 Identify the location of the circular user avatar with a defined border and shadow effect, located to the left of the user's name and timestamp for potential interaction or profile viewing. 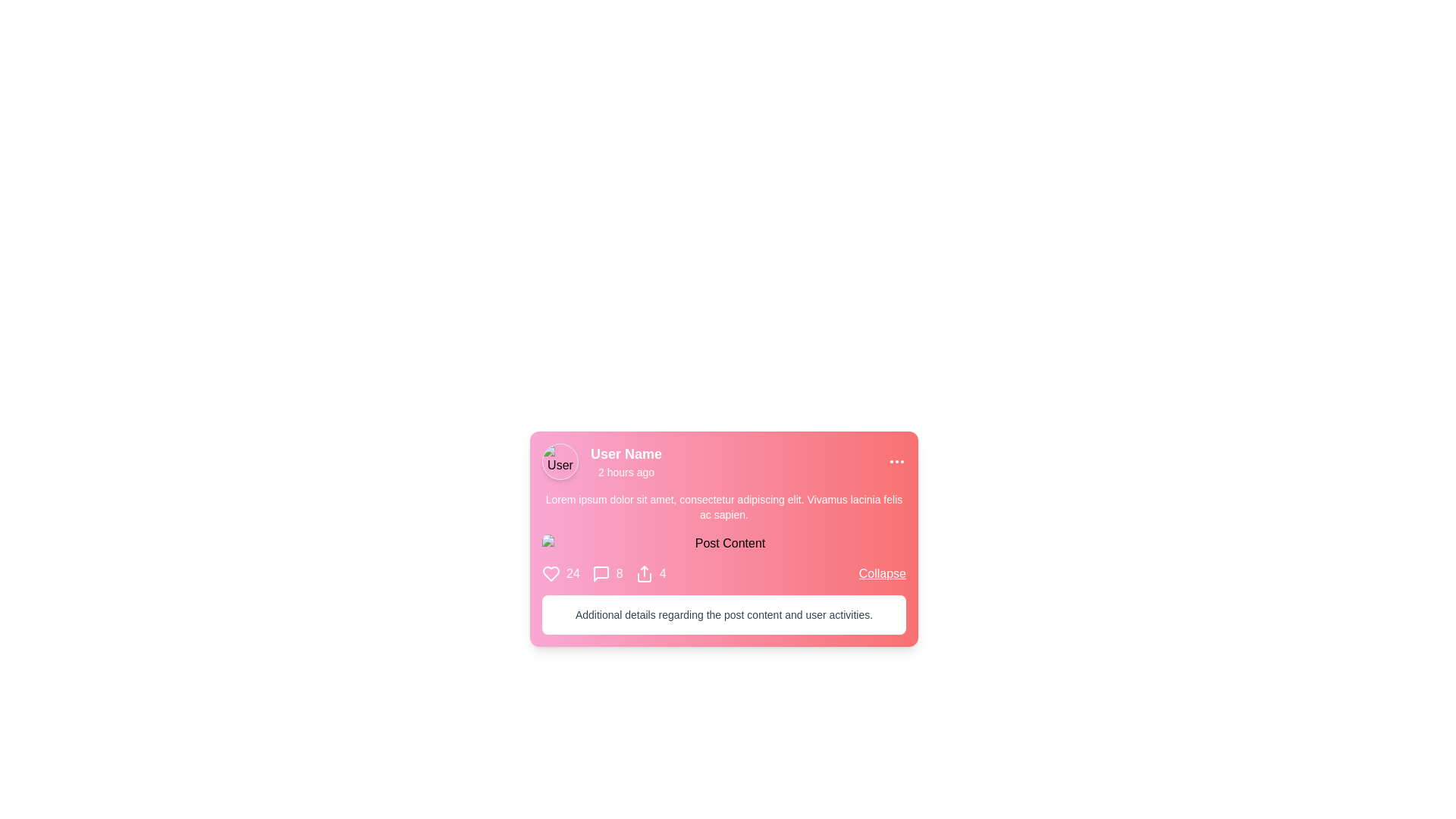
(560, 461).